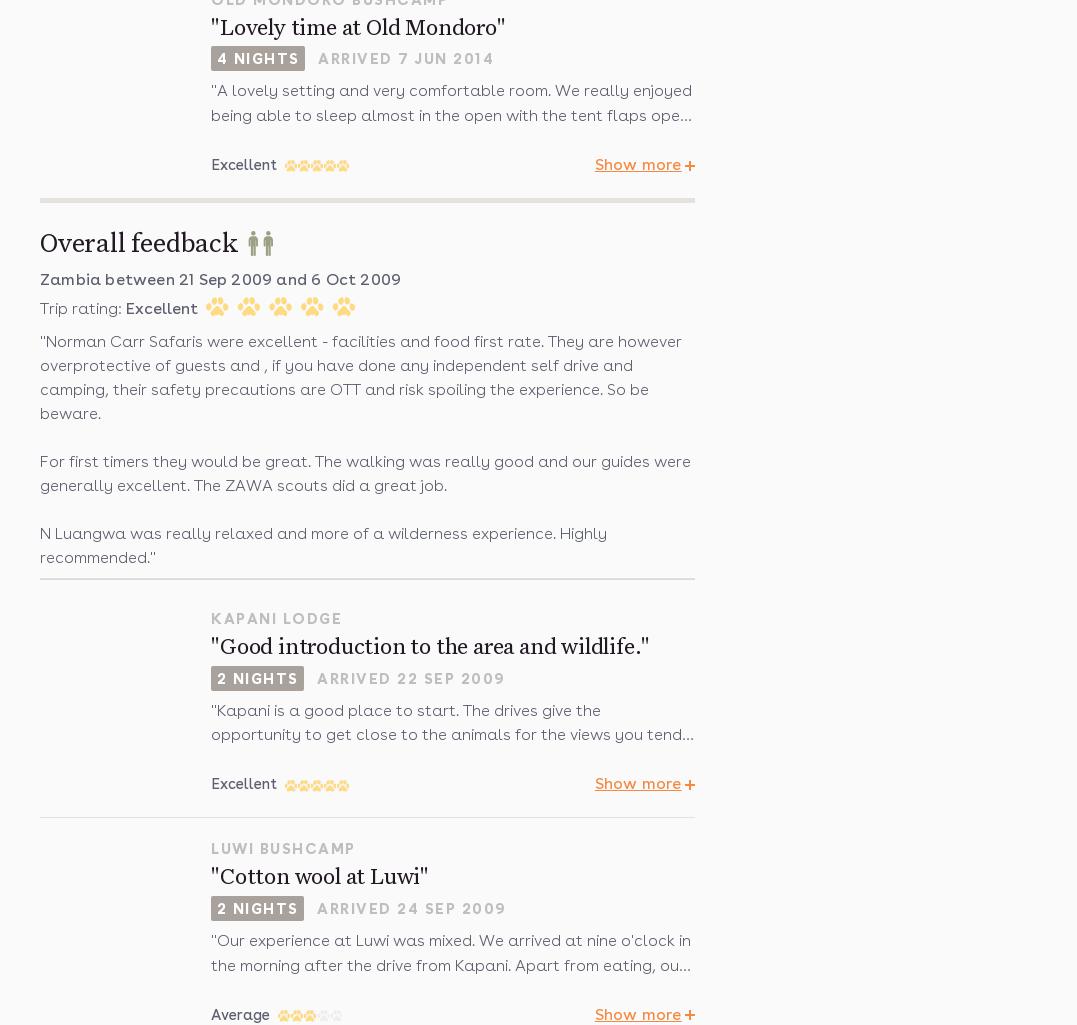 The width and height of the screenshot is (1077, 1025). What do you see at coordinates (82, 308) in the screenshot?
I see `'Trip rating:'` at bounding box center [82, 308].